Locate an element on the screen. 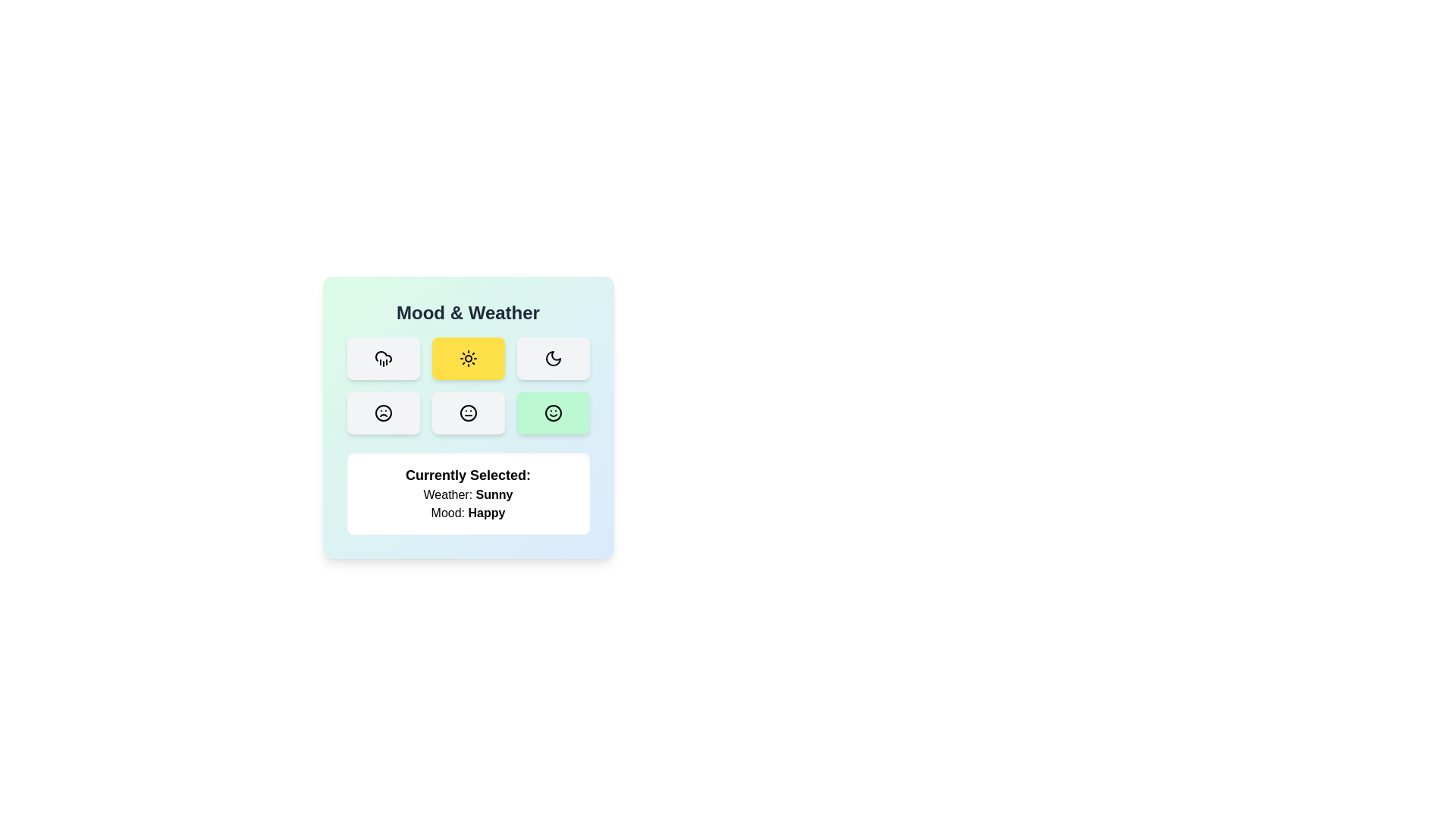 The width and height of the screenshot is (1456, 819). the 'neutral' mood button located in the lower left quadrant of the 'Mood & Weather' section is located at coordinates (467, 413).